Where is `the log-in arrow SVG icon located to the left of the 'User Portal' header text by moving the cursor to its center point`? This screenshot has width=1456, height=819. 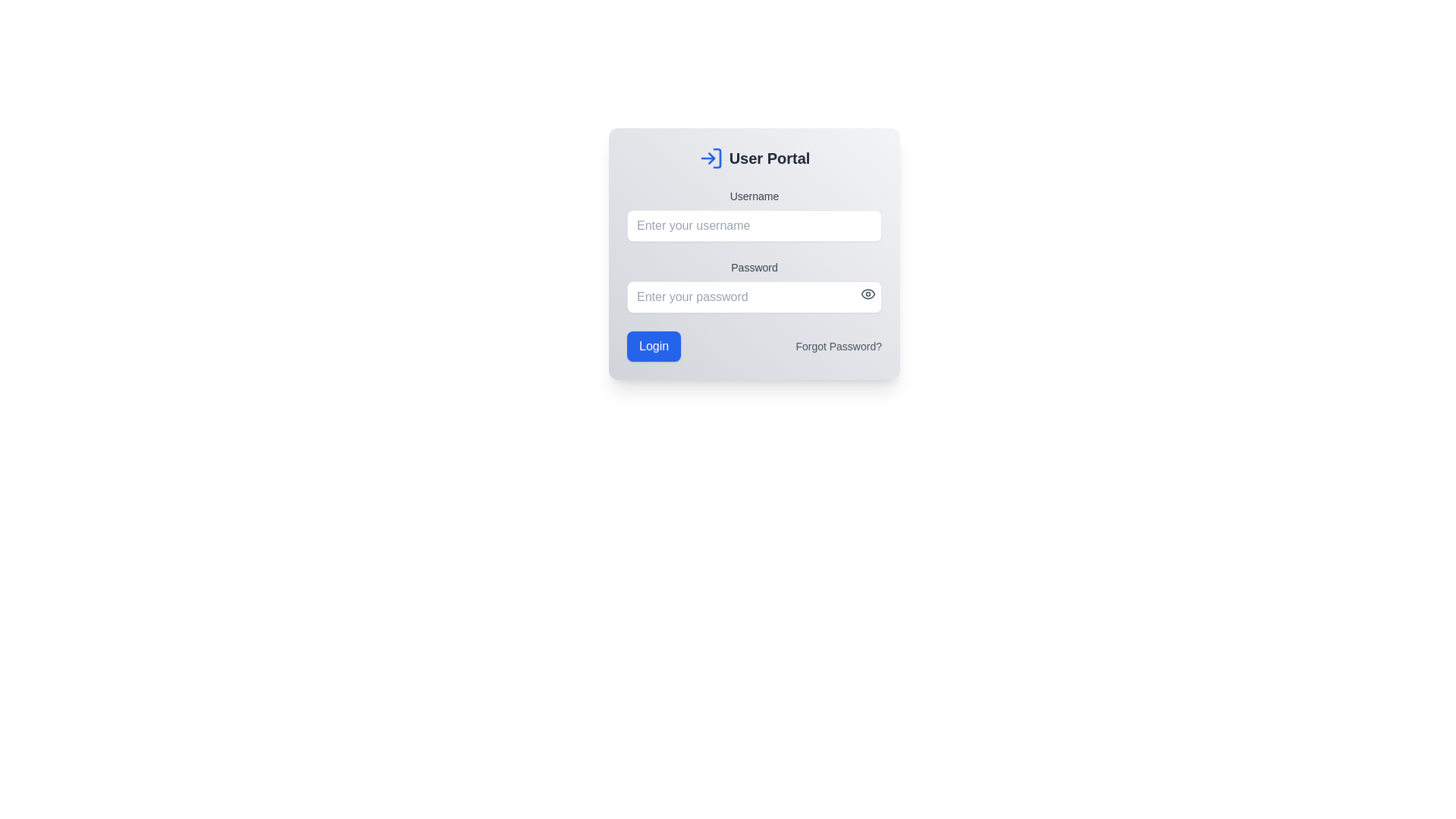
the log-in arrow SVG icon located to the left of the 'User Portal' header text by moving the cursor to its center point is located at coordinates (710, 158).